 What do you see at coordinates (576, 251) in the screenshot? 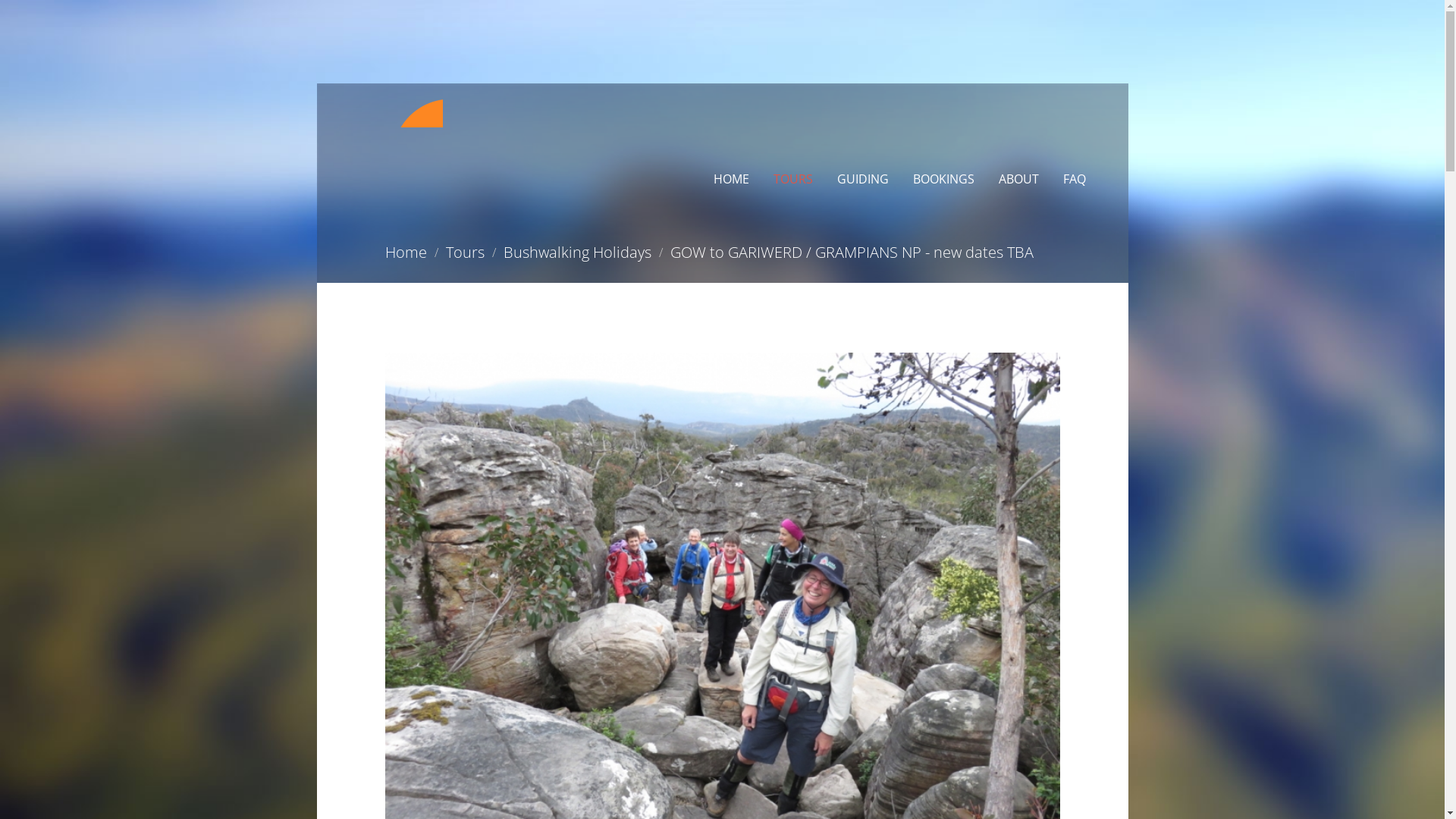
I see `'Bushwalking Holidays'` at bounding box center [576, 251].